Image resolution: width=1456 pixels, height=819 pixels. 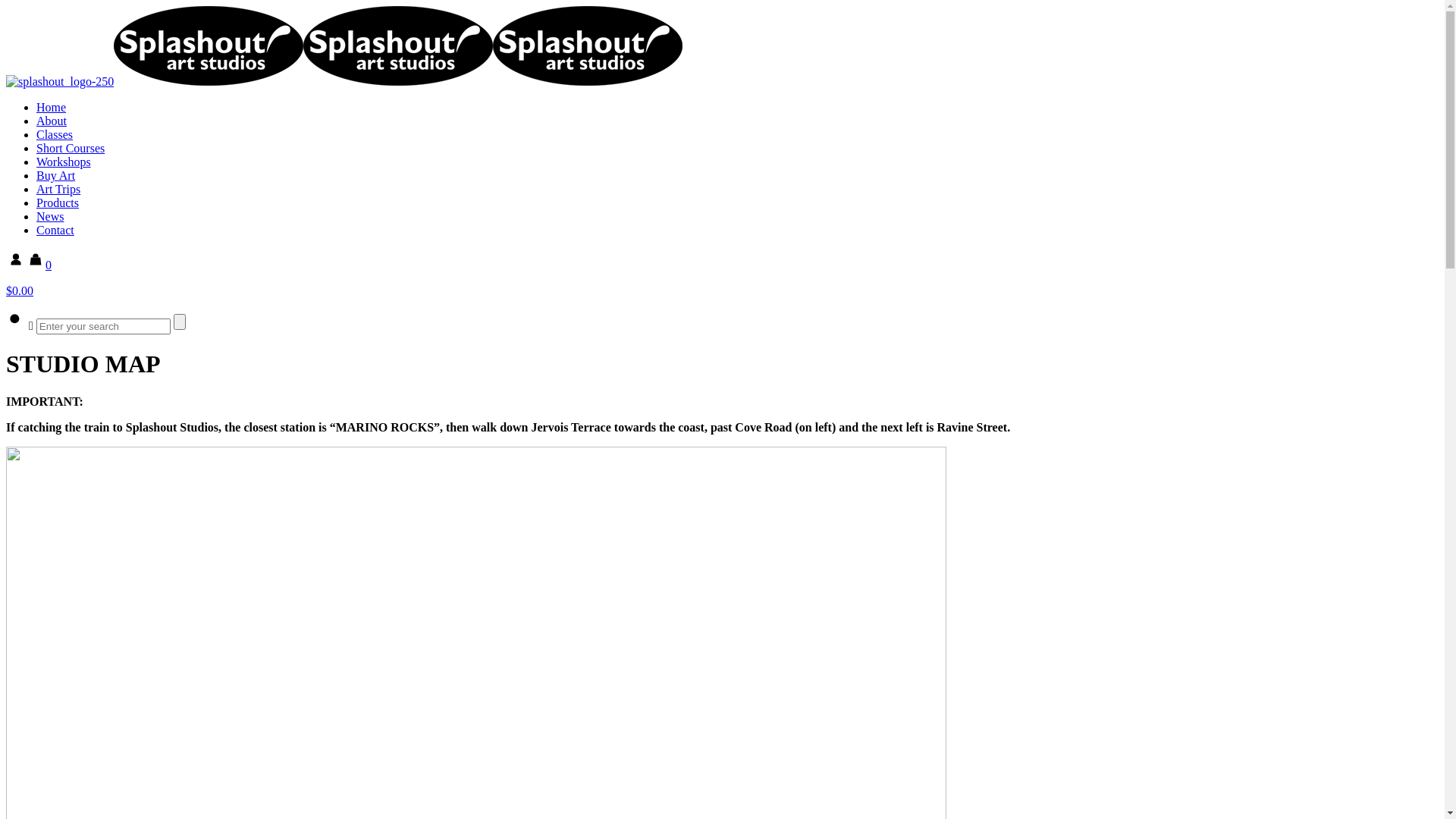 What do you see at coordinates (36, 120) in the screenshot?
I see `'About'` at bounding box center [36, 120].